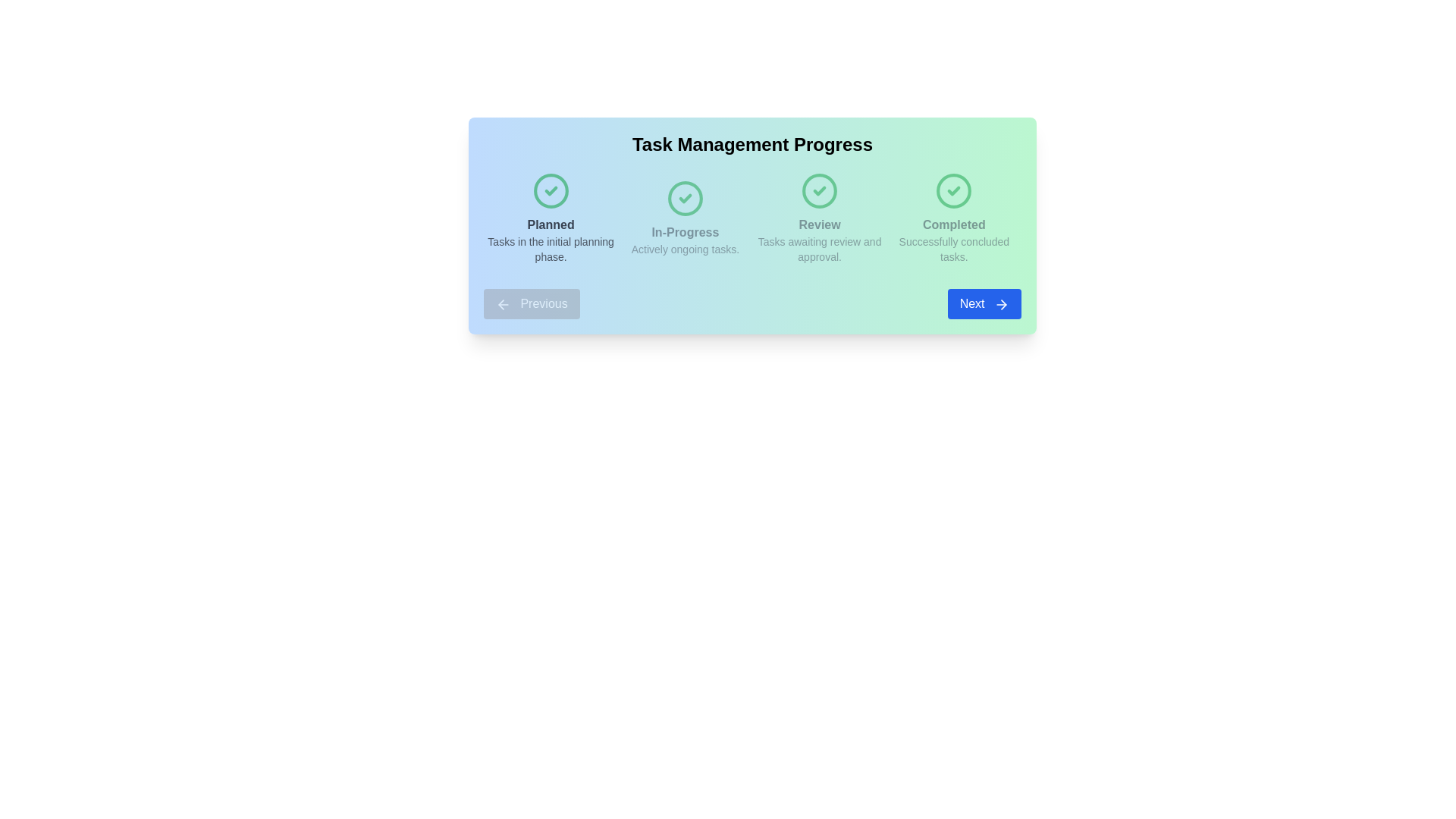 The image size is (1456, 819). What do you see at coordinates (684, 218) in the screenshot?
I see `the stage corresponding to In-Progress` at bounding box center [684, 218].